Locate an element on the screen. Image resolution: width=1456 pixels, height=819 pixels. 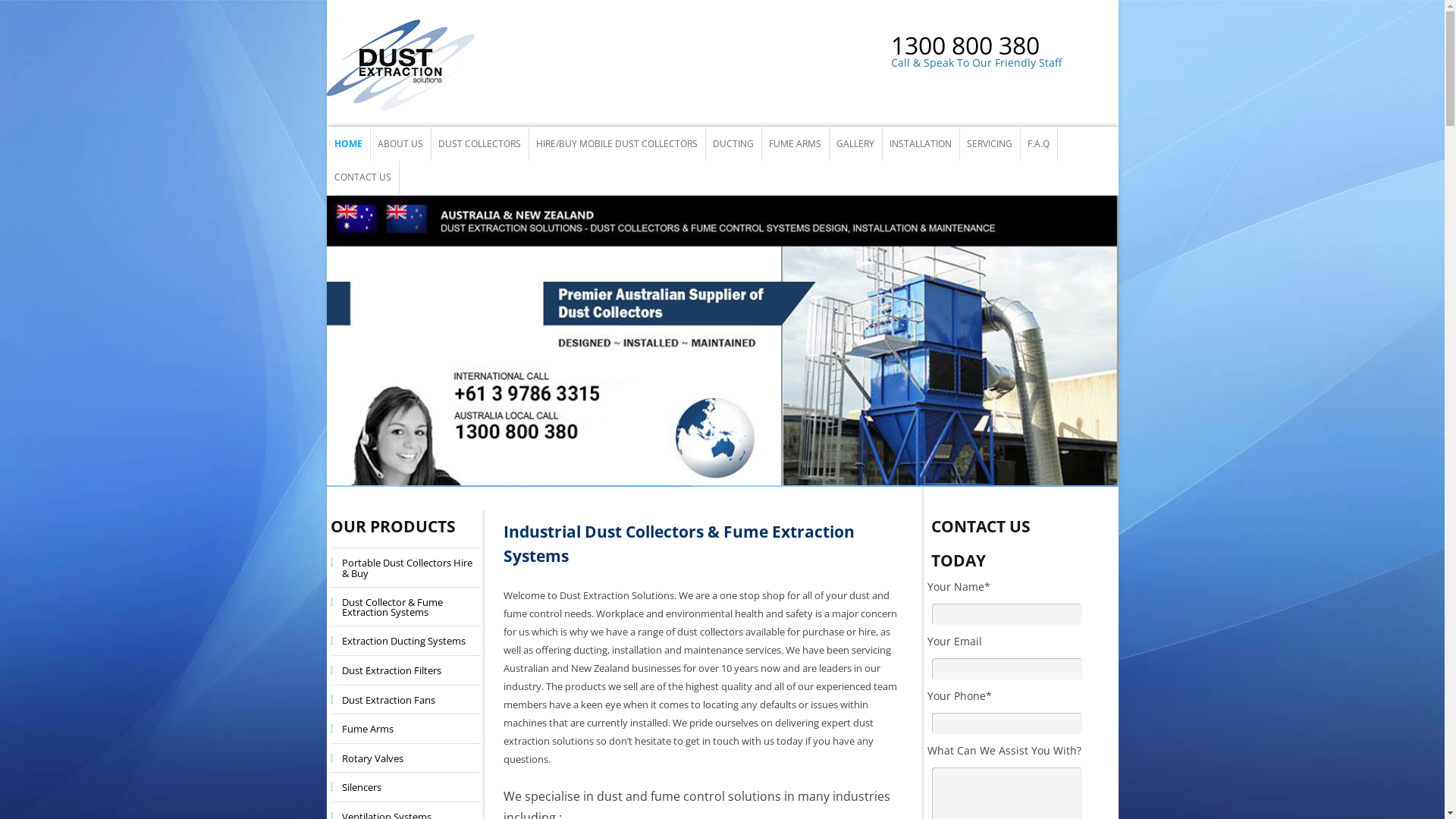
'INSTALLATION' is located at coordinates (919, 143).